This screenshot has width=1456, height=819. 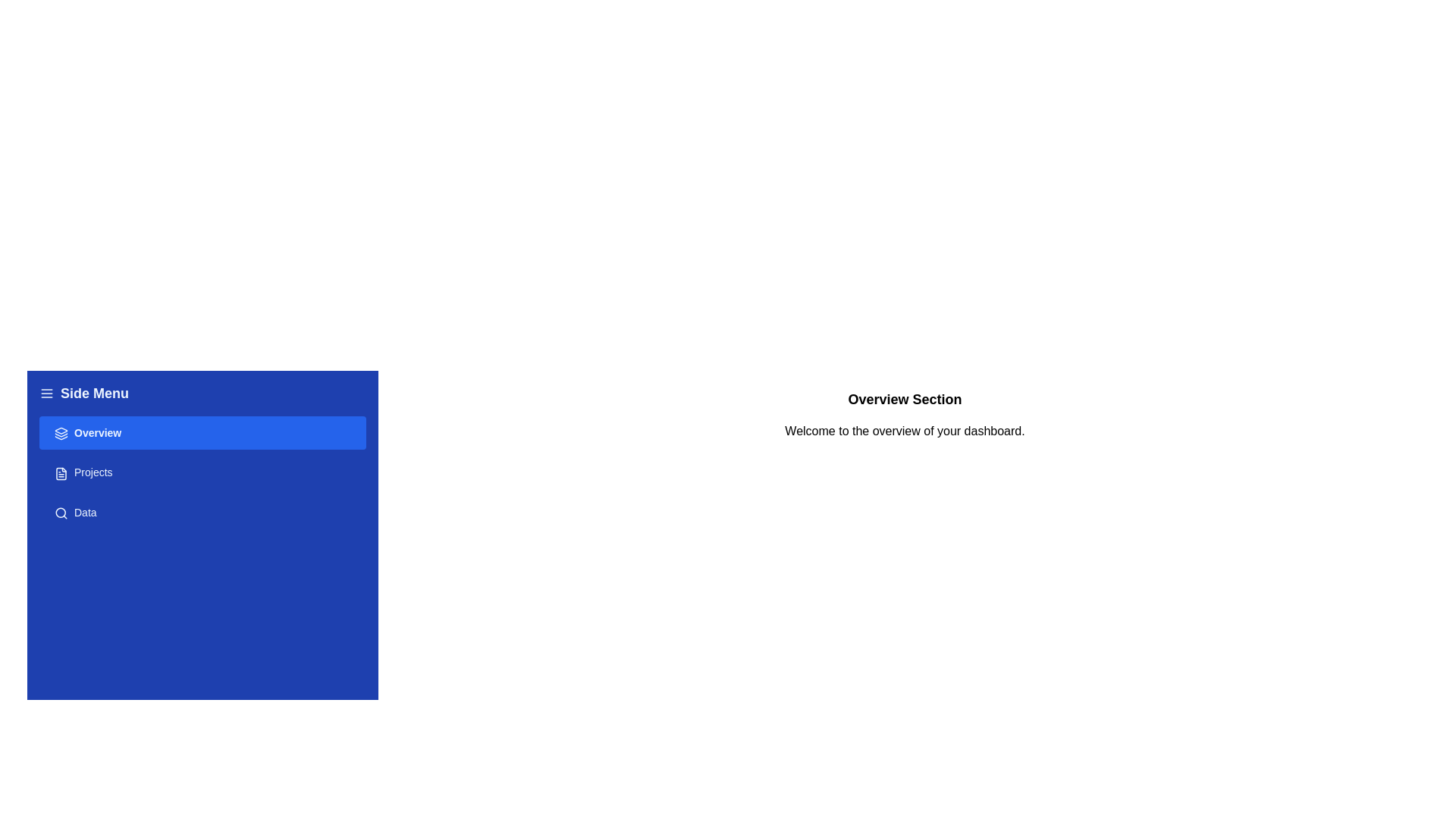 I want to click on the 'Data' button located in the sidebar menu, which is the third interactive item below 'Overview' and 'Projects', so click(x=202, y=512).